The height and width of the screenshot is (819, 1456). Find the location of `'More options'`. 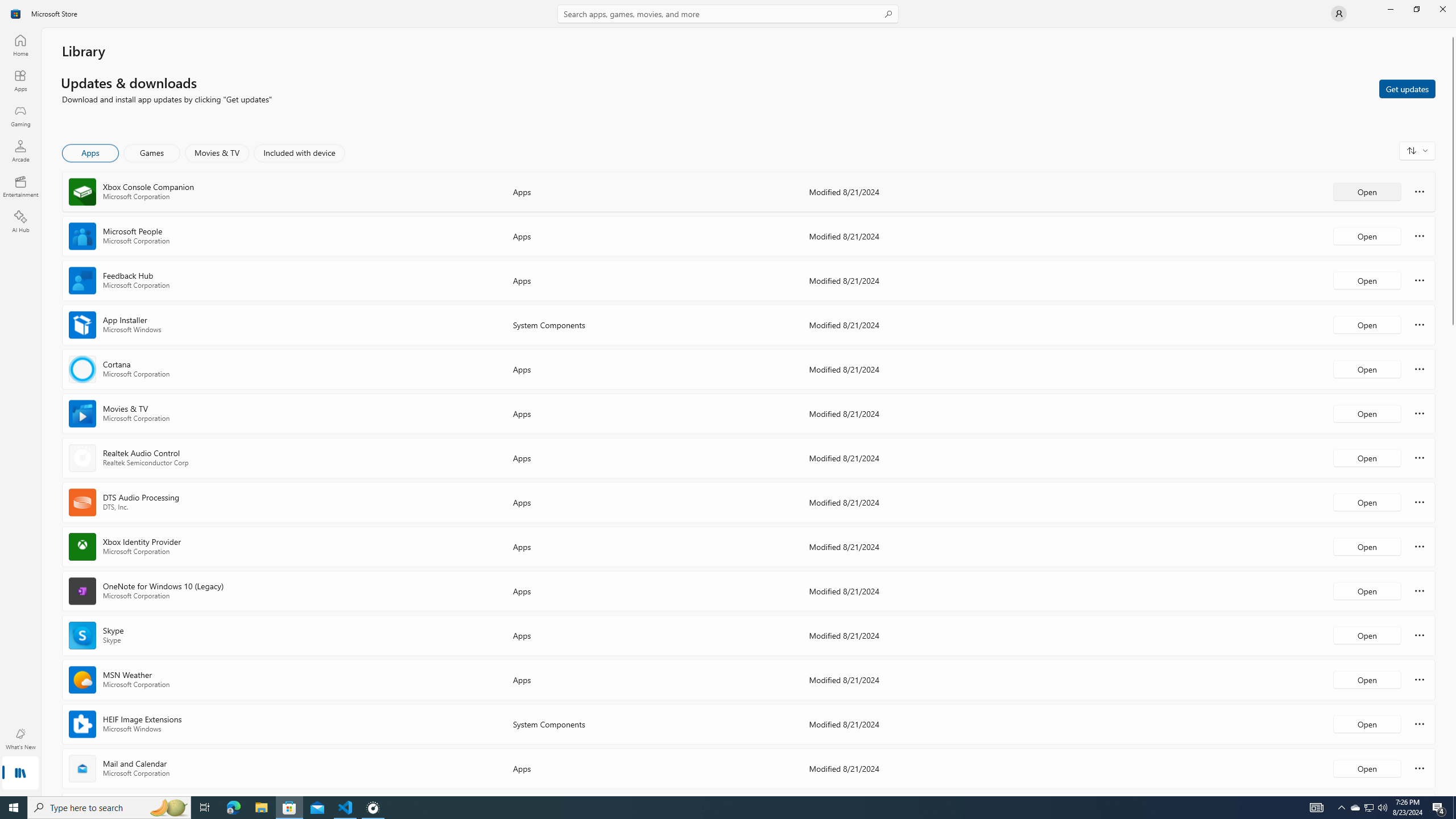

'More options' is located at coordinates (1419, 767).